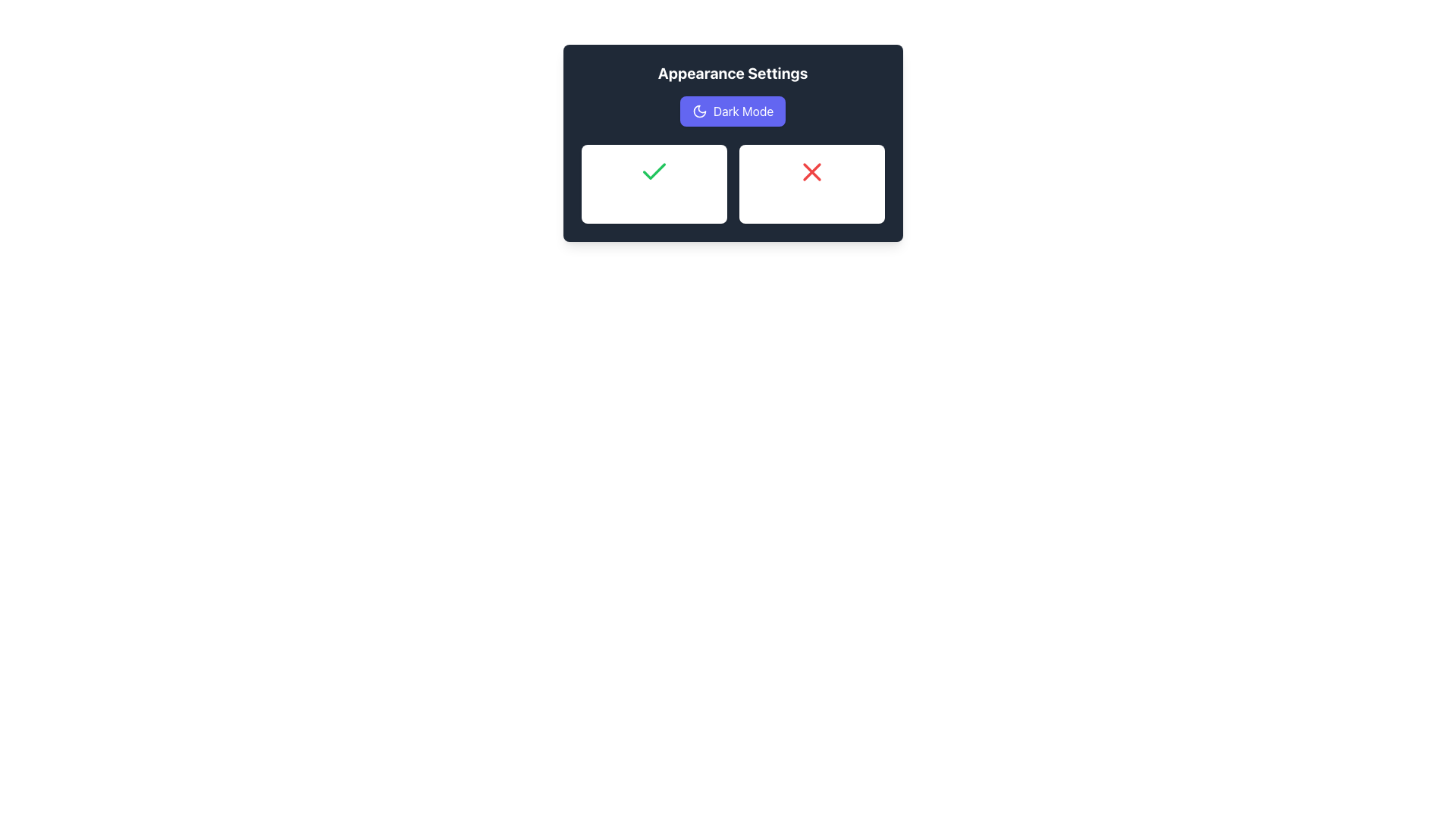 This screenshot has width=1456, height=819. Describe the element at coordinates (733, 73) in the screenshot. I see `the 'Appearance Settings' text label which is prominently displayed in bold and large font at the top of a card with a dark background` at that location.